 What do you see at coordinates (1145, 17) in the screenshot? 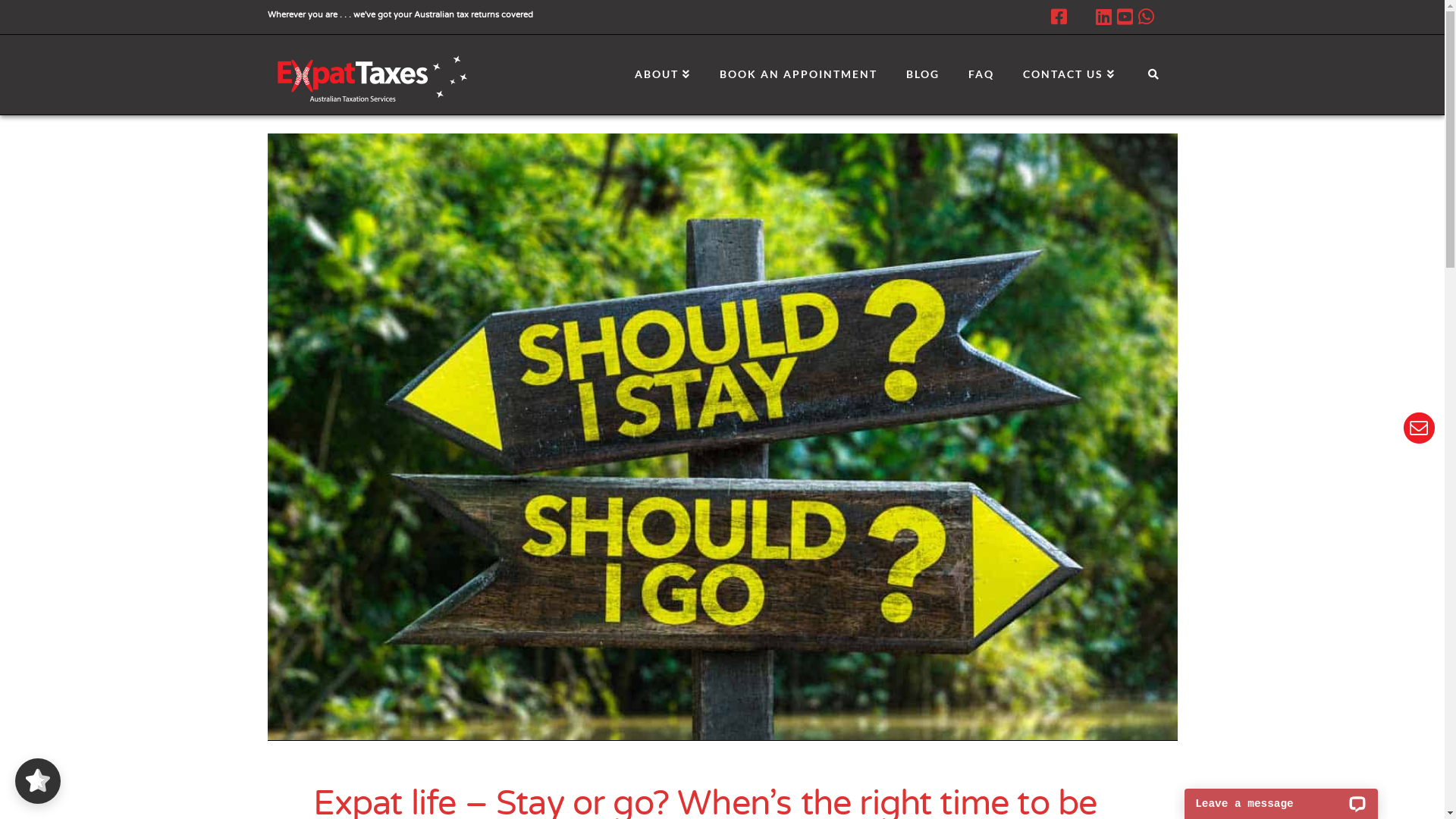
I see `'Whatsapp'` at bounding box center [1145, 17].